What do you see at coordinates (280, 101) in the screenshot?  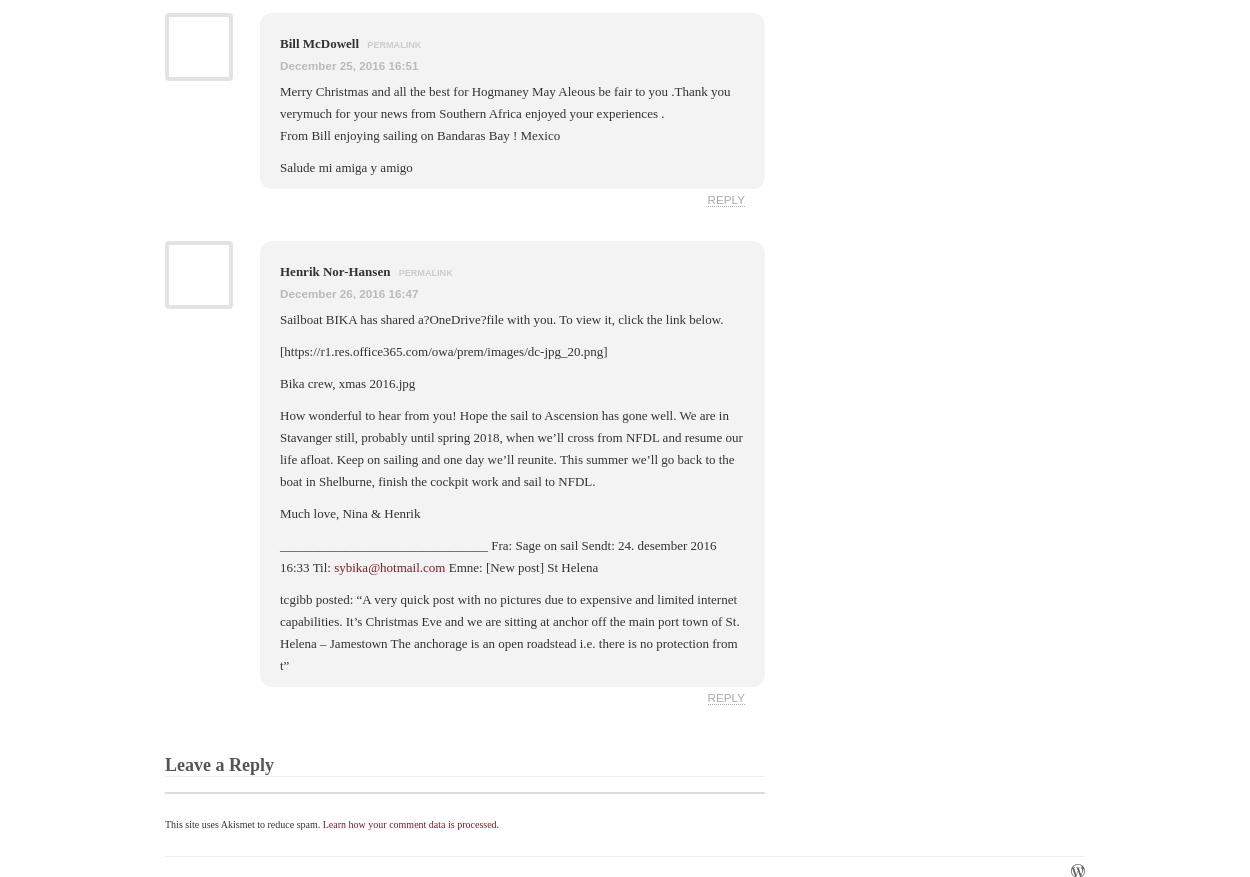 I see `'Merry Christmas and all the best for  Hogmaney  May Aleous be fair to you .Thank you verymuch for your news from Southern Africa enjoyed  your experiences .'` at bounding box center [280, 101].